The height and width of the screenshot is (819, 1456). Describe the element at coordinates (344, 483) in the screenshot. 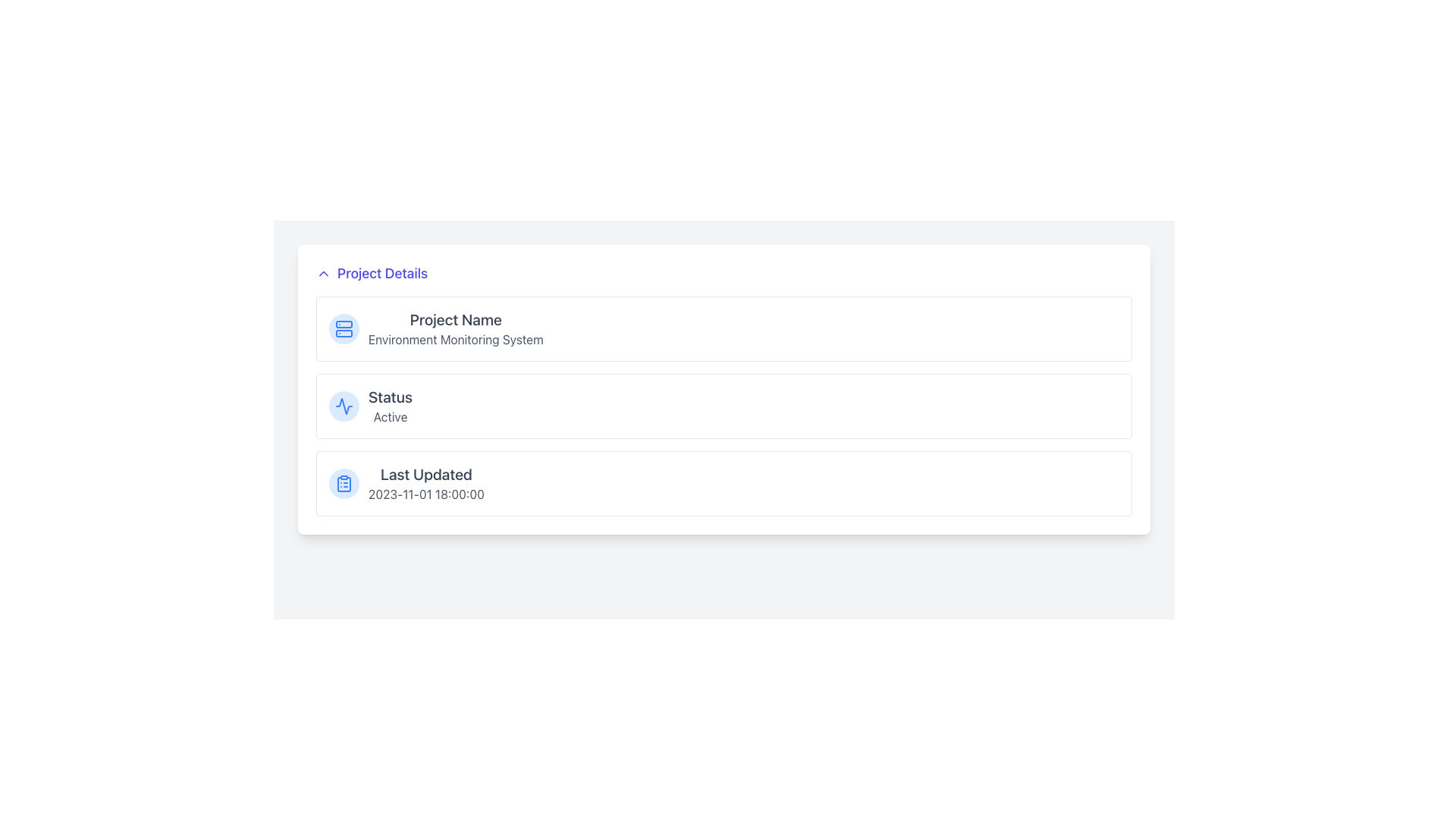

I see `the circular clipboard icon located at the leftmost part of the 'Last Updated' section to provide visual context` at that location.